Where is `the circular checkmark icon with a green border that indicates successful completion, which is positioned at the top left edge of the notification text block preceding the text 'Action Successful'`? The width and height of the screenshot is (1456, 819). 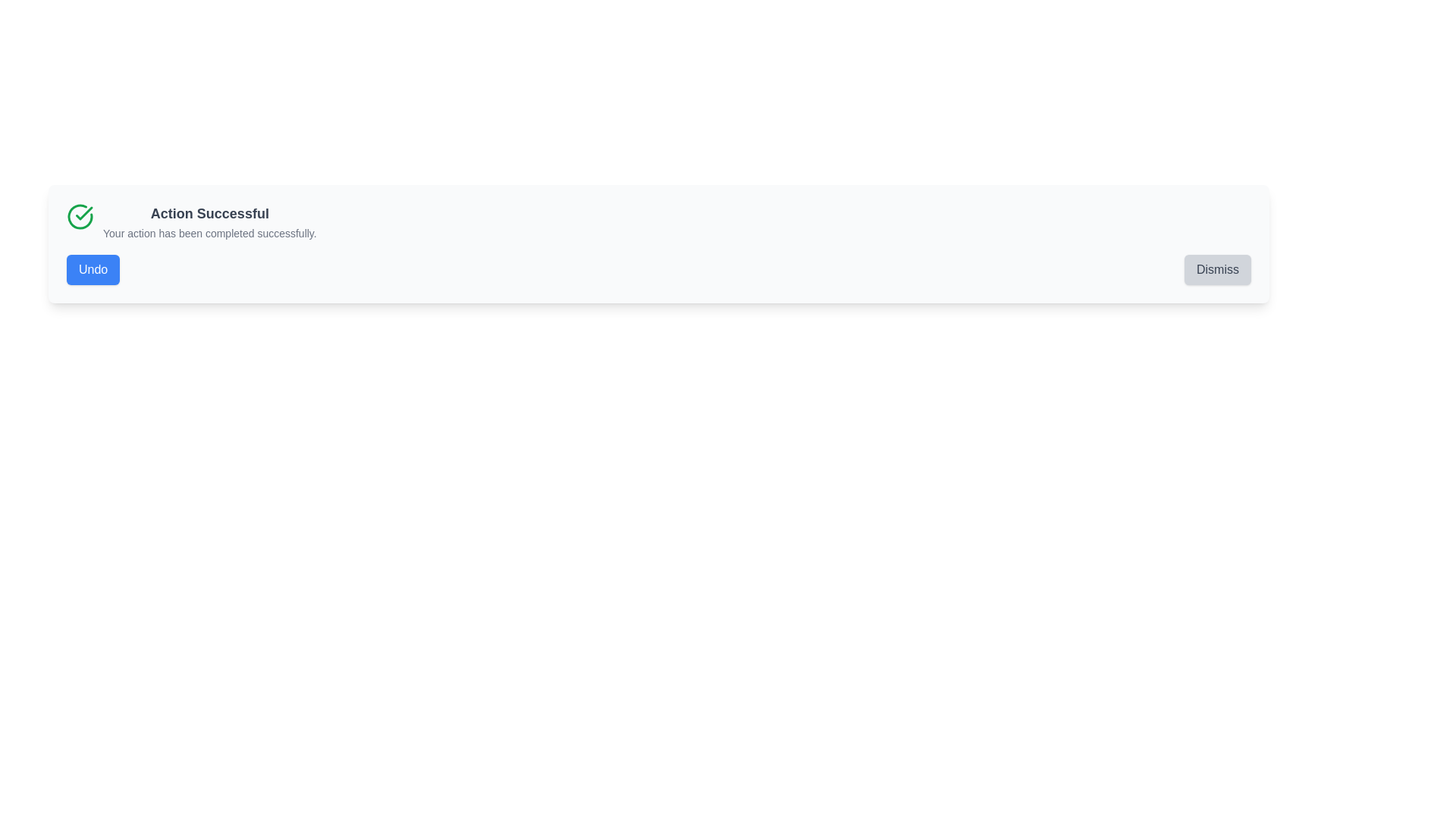
the circular checkmark icon with a green border that indicates successful completion, which is positioned at the top left edge of the notification text block preceding the text 'Action Successful' is located at coordinates (79, 216).